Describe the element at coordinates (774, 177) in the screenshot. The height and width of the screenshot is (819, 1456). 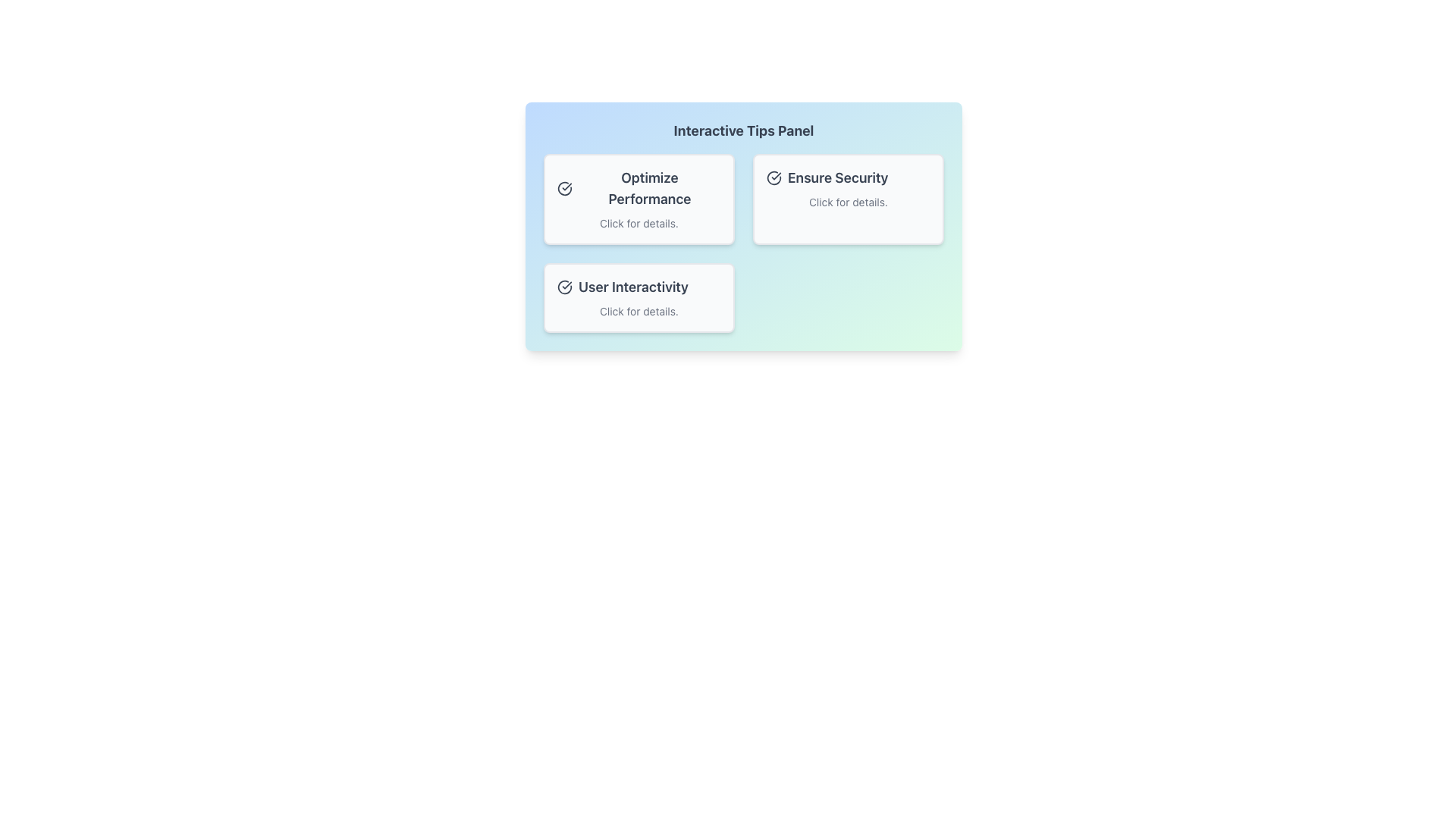
I see `the circular confirmation icon with a checkmark, located to the left of the text 'Ensure Security' in the upper-right box of the 'Interactive Tips Panel'` at that location.